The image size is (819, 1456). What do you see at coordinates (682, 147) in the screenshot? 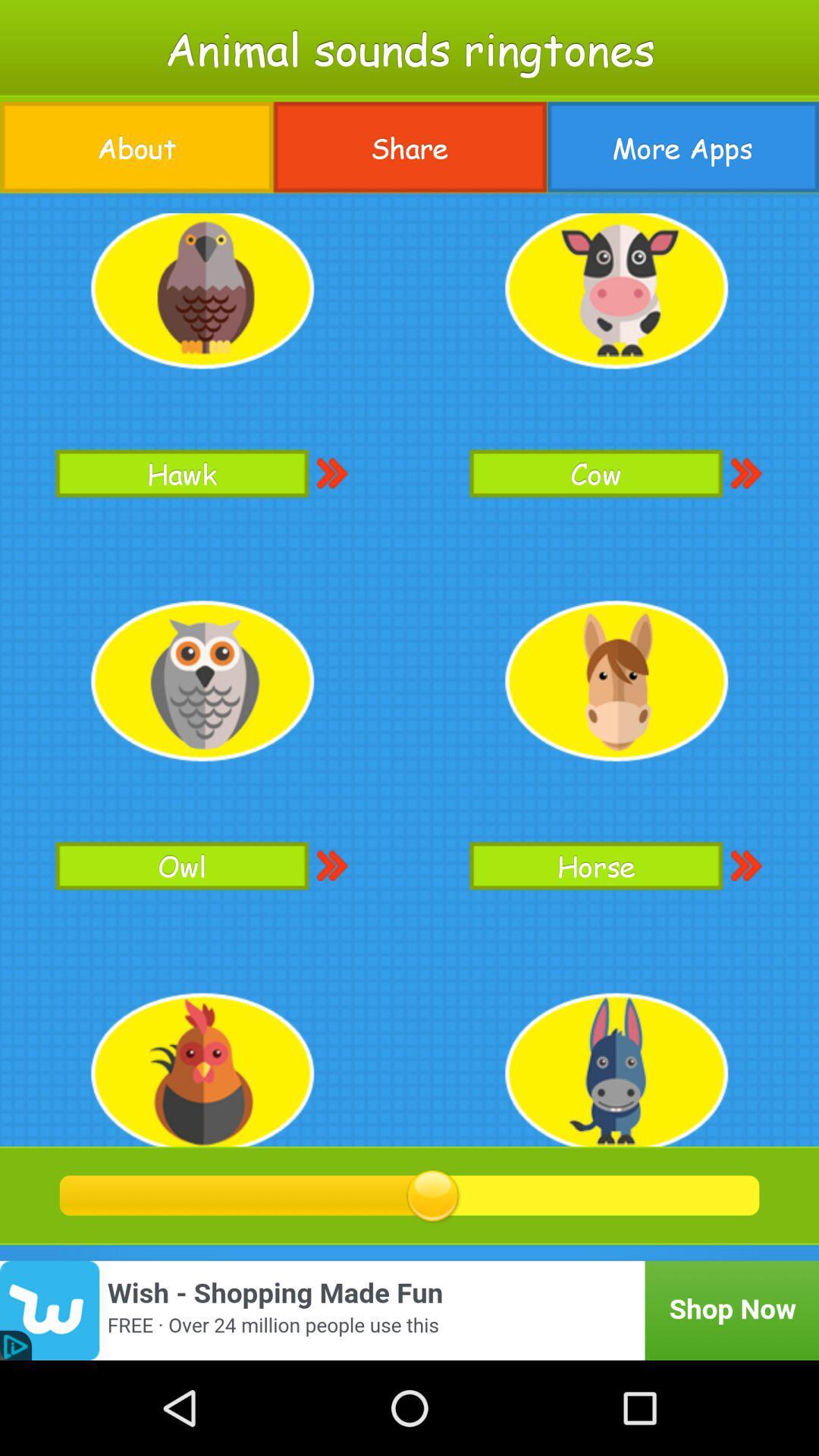
I see `item below the animal sounds ringtones app` at bounding box center [682, 147].